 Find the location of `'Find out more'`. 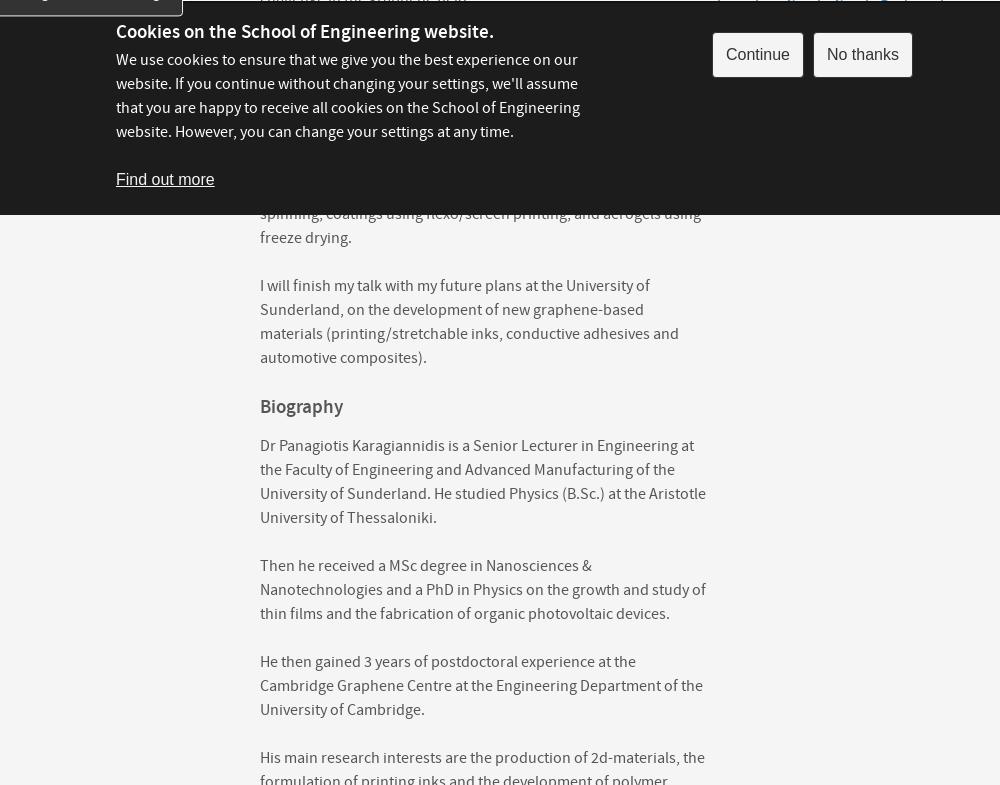

'Find out more' is located at coordinates (165, 178).